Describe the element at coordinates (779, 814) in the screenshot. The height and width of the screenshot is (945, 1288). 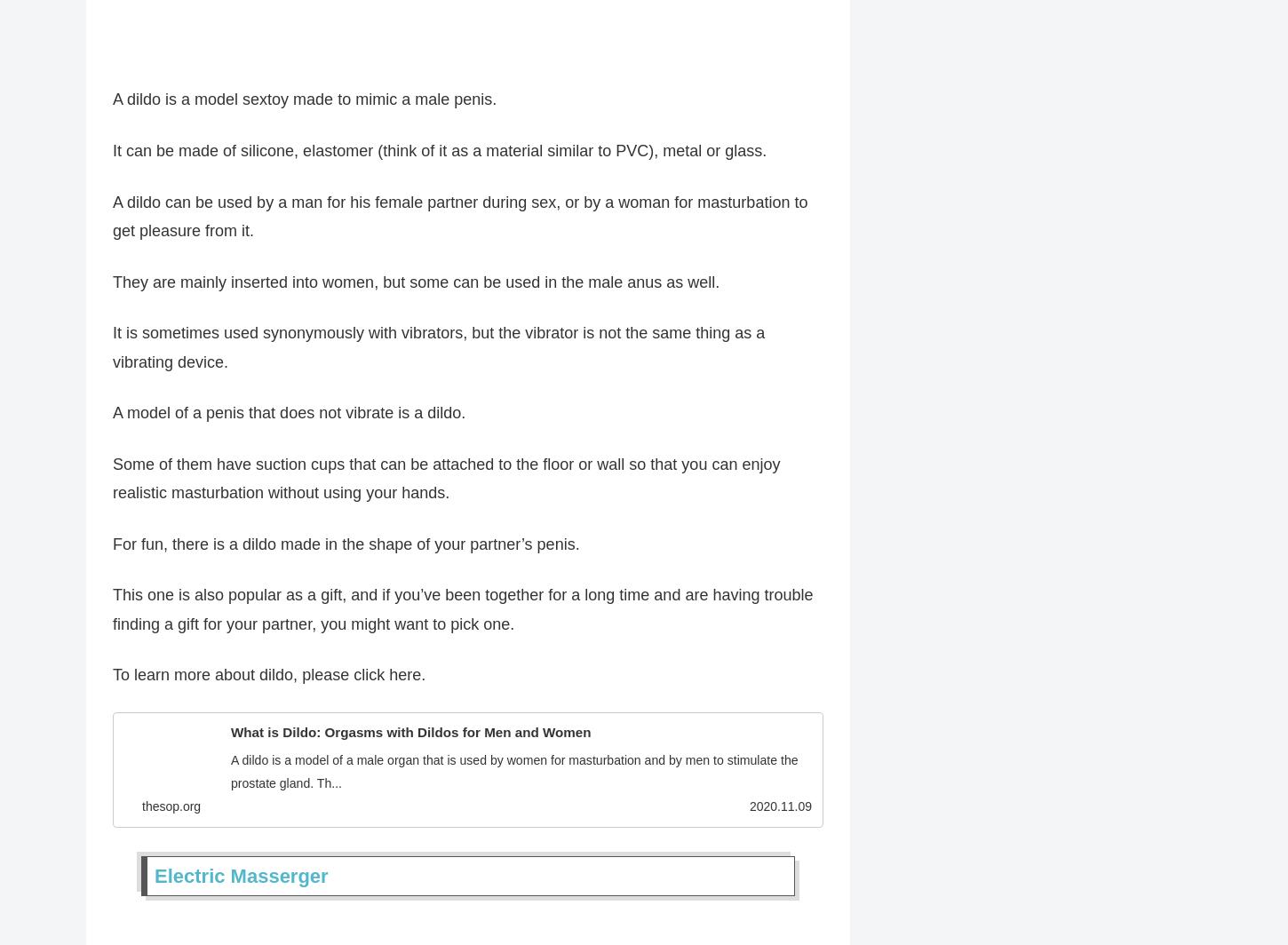
I see `'2020.11.09'` at that location.